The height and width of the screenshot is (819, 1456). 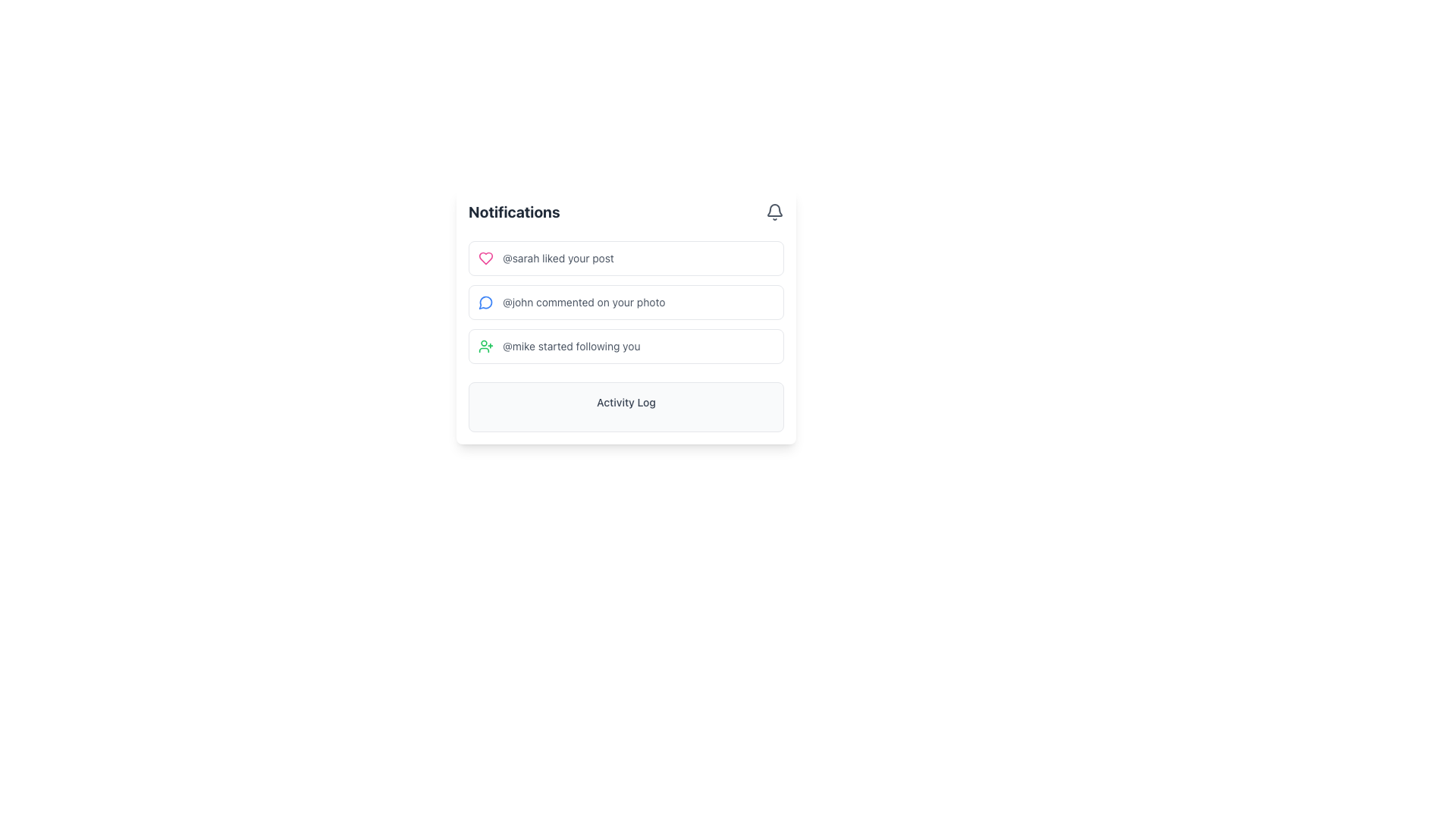 What do you see at coordinates (583, 302) in the screenshot?
I see `the notification message displayed in the read-only text field showing '@john commented on your photo'` at bounding box center [583, 302].